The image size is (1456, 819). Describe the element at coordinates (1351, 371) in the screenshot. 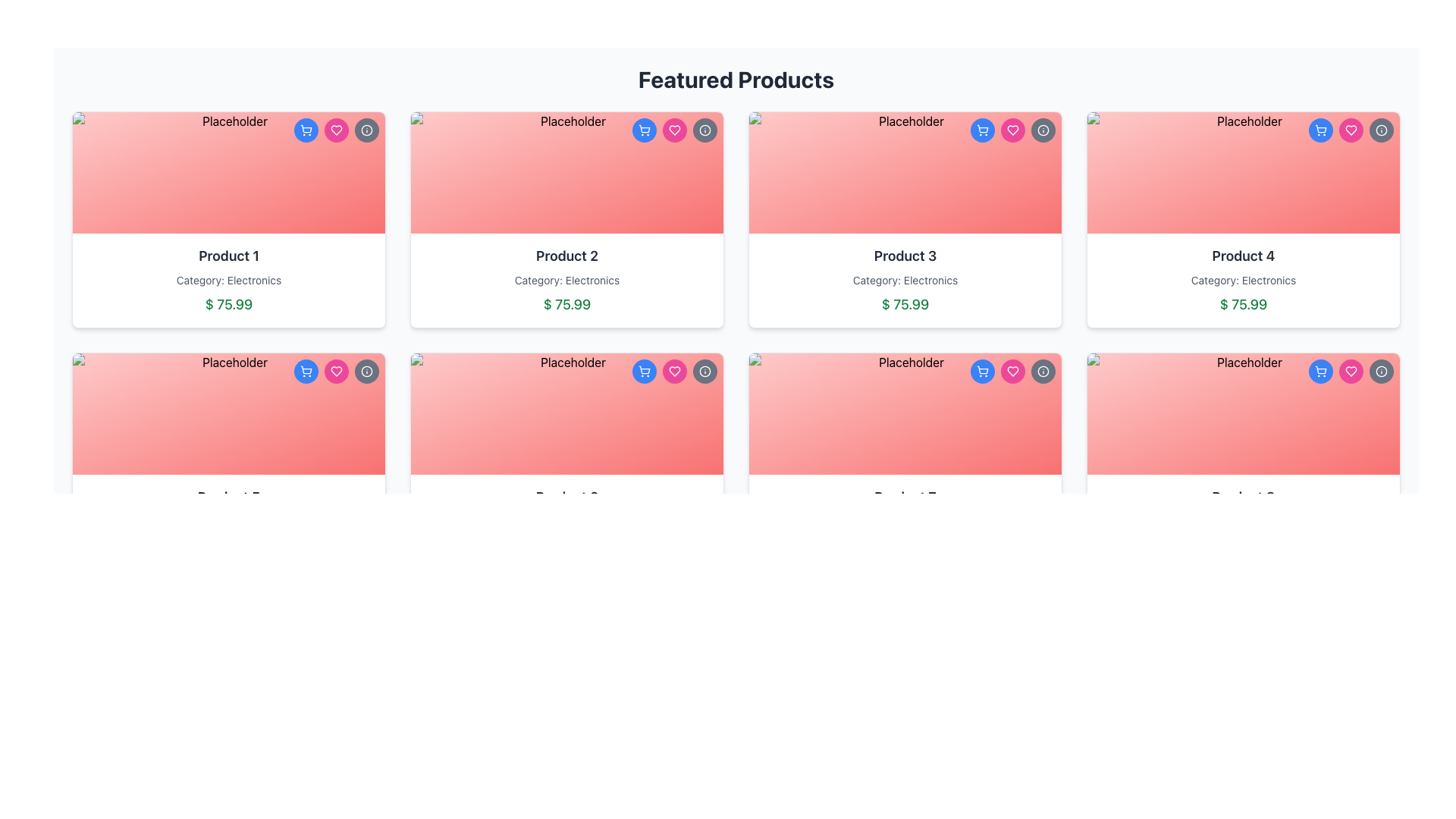

I see `the second interactive button in the top-right section of the product card to mark the item as a favorite, located between a blue shopping cart button and a gray info button` at that location.